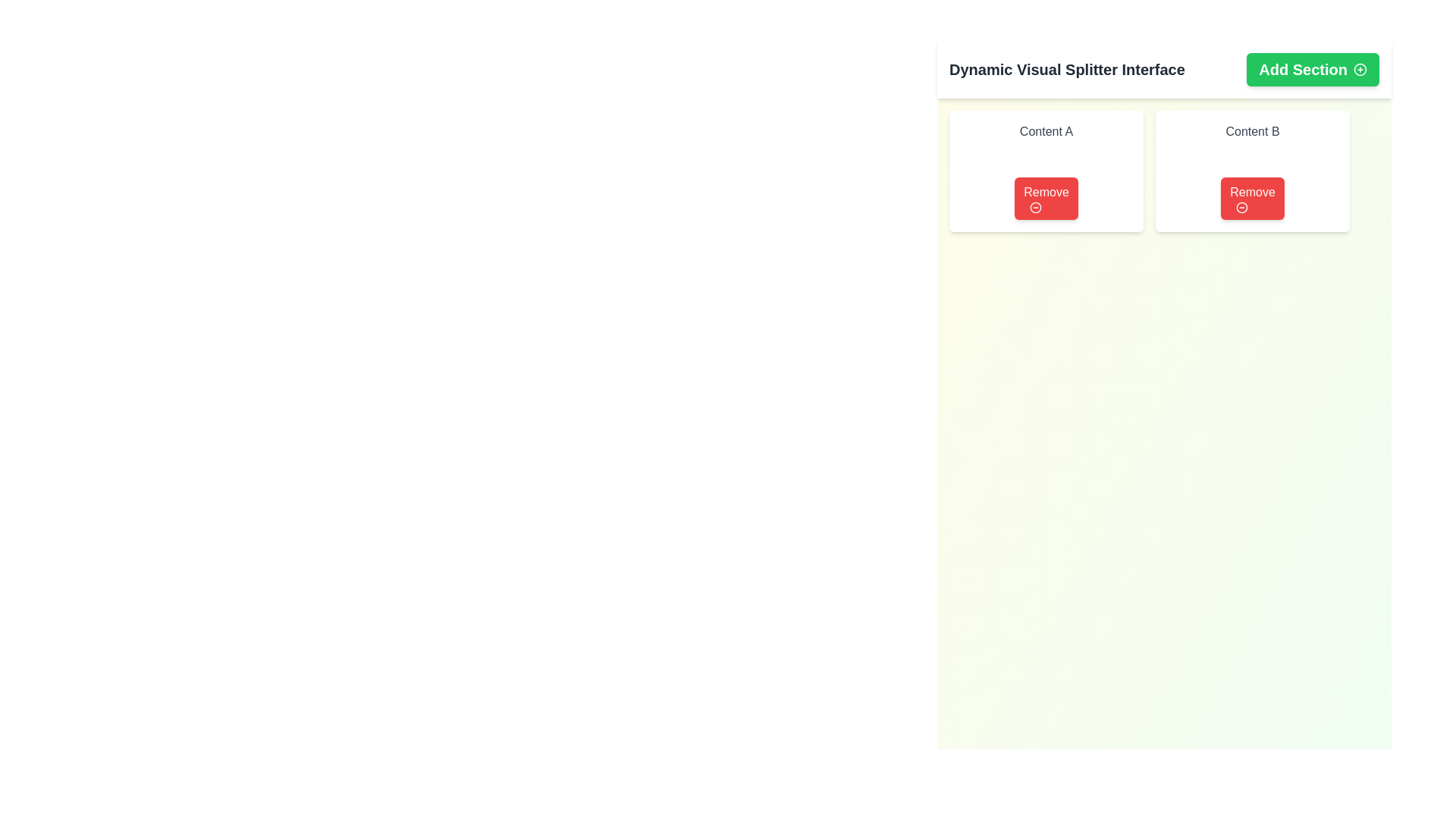  Describe the element at coordinates (1360, 70) in the screenshot. I see `the icon located at the top-right corner of the 'Add Section' button, which visually represents addition or creation functionality` at that location.